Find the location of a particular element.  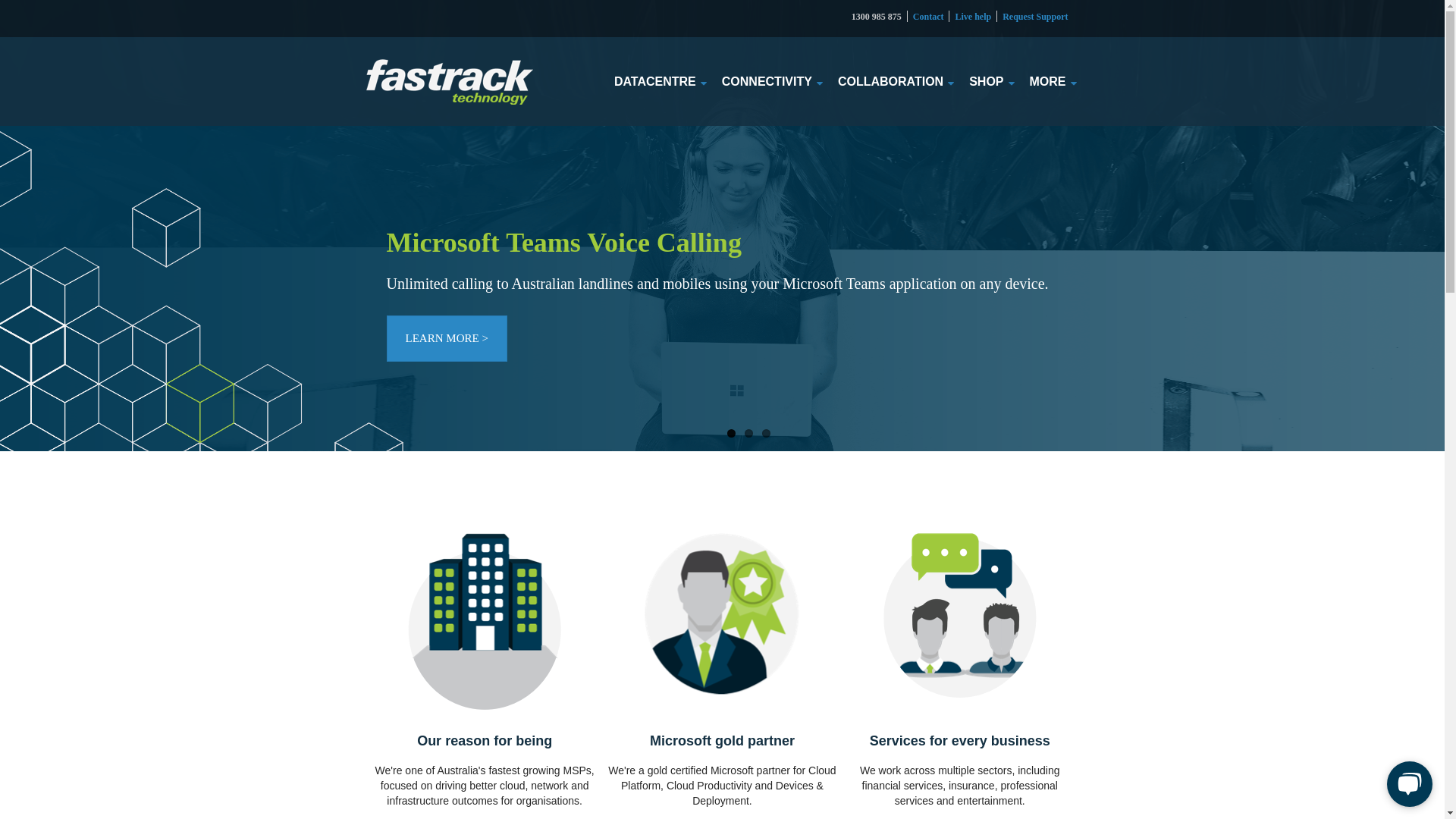

'1' is located at coordinates (730, 433).